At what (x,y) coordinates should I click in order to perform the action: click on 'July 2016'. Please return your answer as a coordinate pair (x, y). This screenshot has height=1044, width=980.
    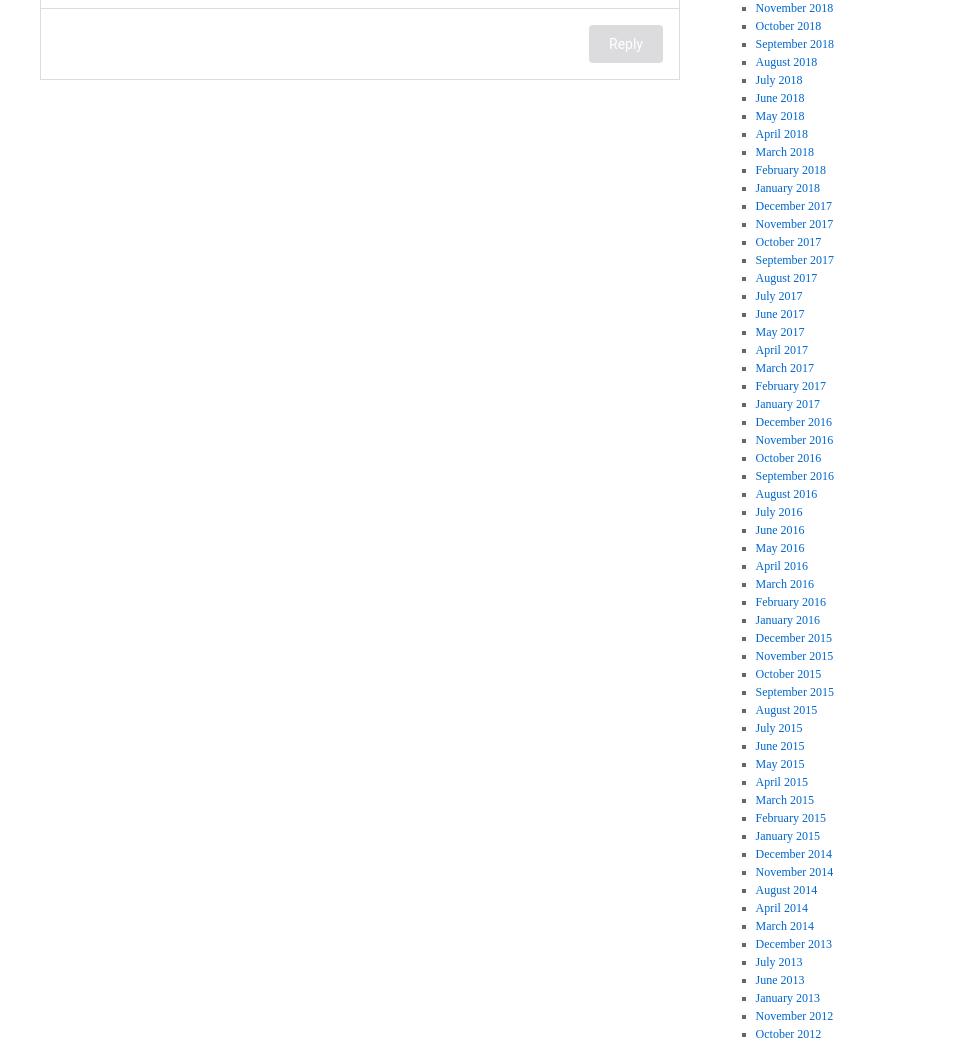
    Looking at the image, I should click on (778, 511).